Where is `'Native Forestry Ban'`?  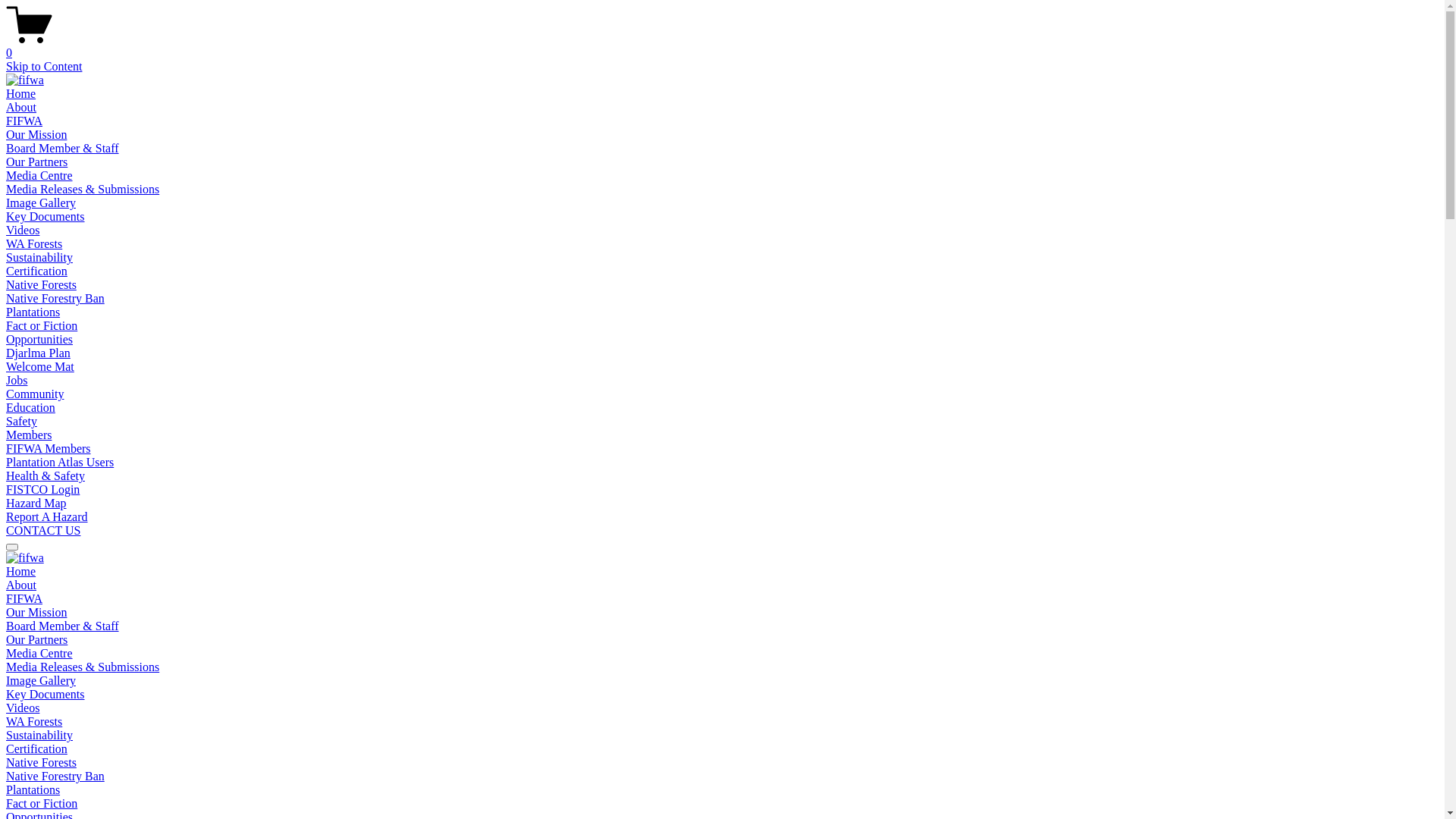
'Native Forestry Ban' is located at coordinates (55, 298).